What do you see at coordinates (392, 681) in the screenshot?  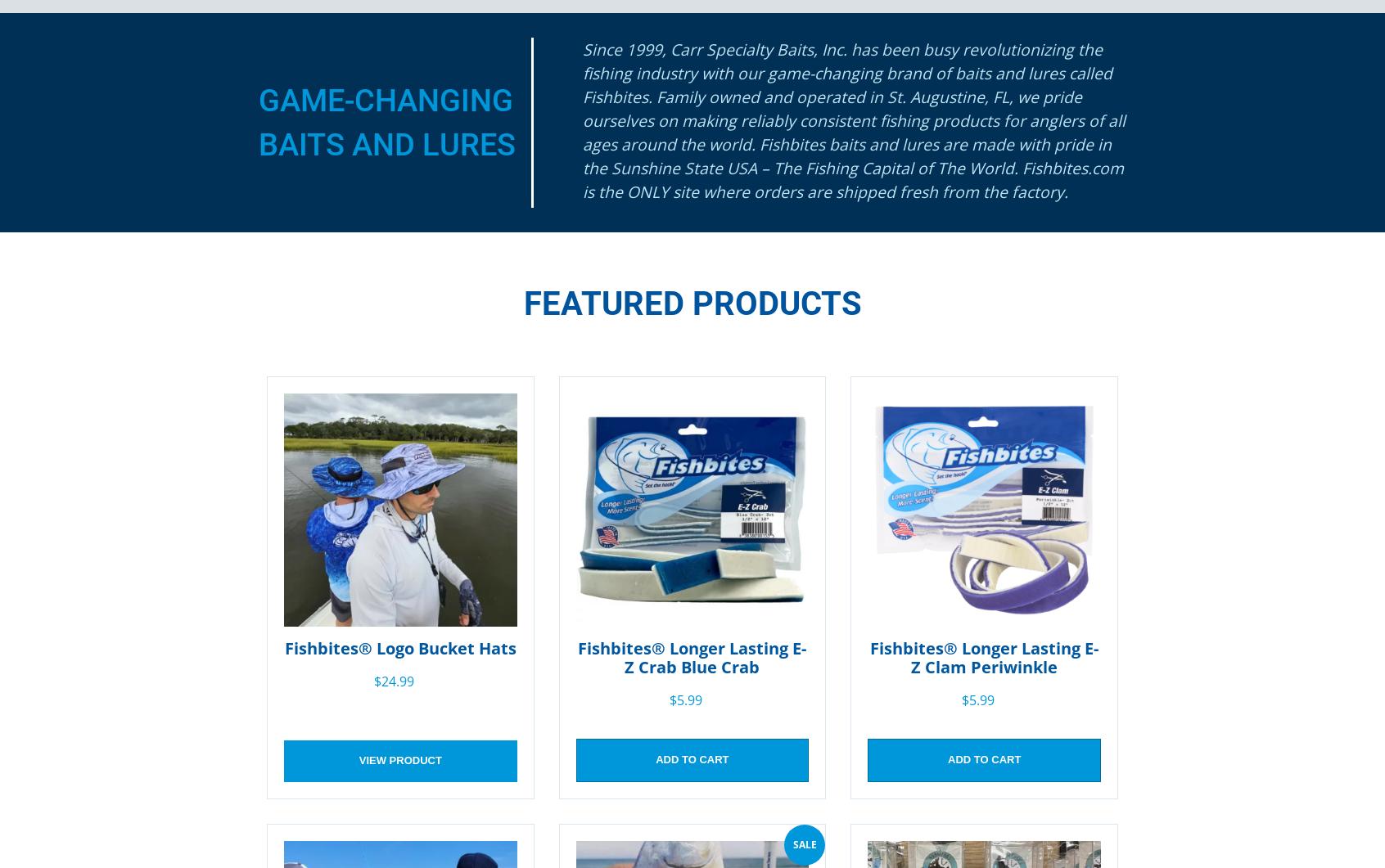 I see `'$24.99'` at bounding box center [392, 681].